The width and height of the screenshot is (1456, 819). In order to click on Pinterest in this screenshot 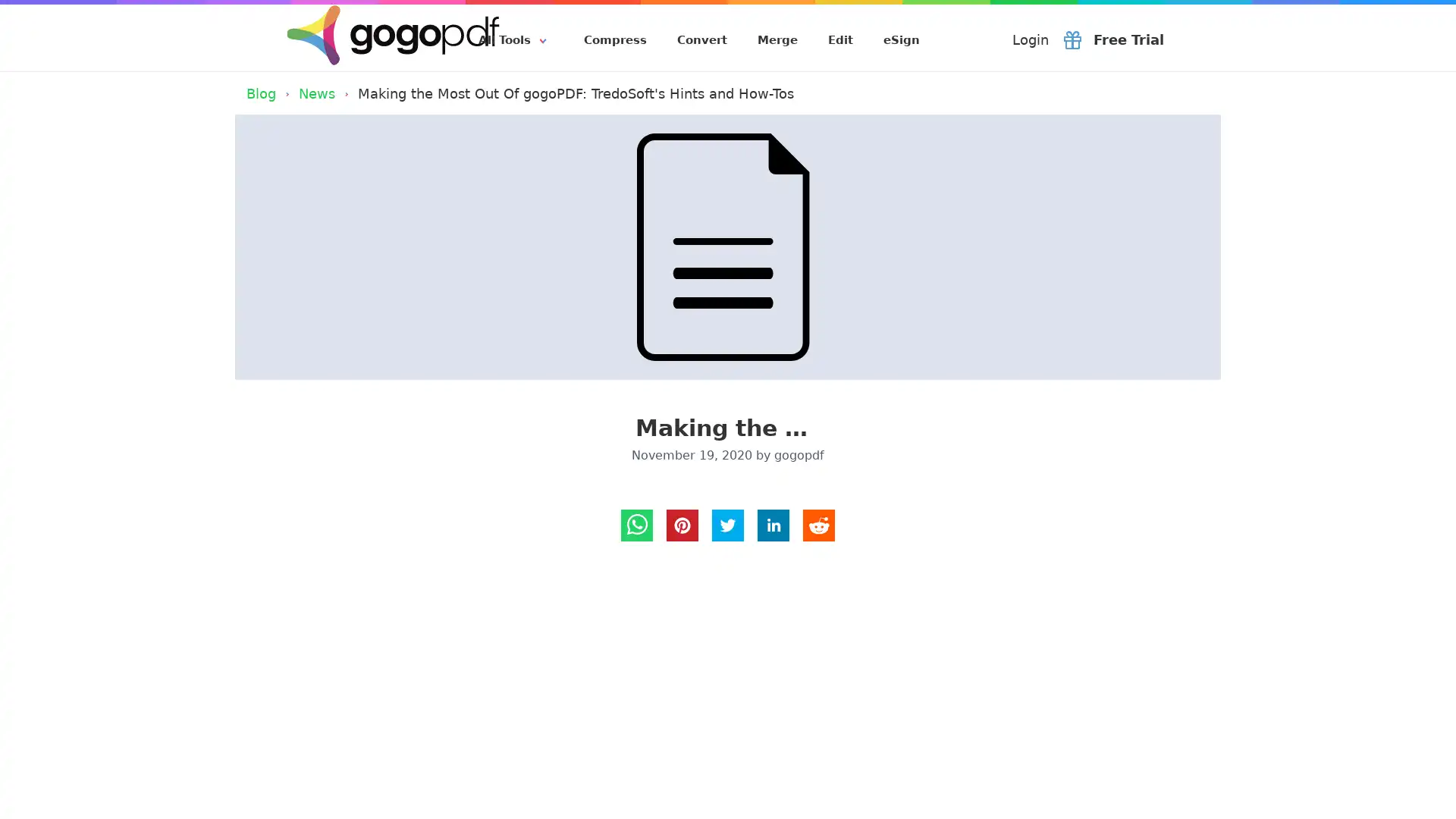, I will do `click(682, 525)`.